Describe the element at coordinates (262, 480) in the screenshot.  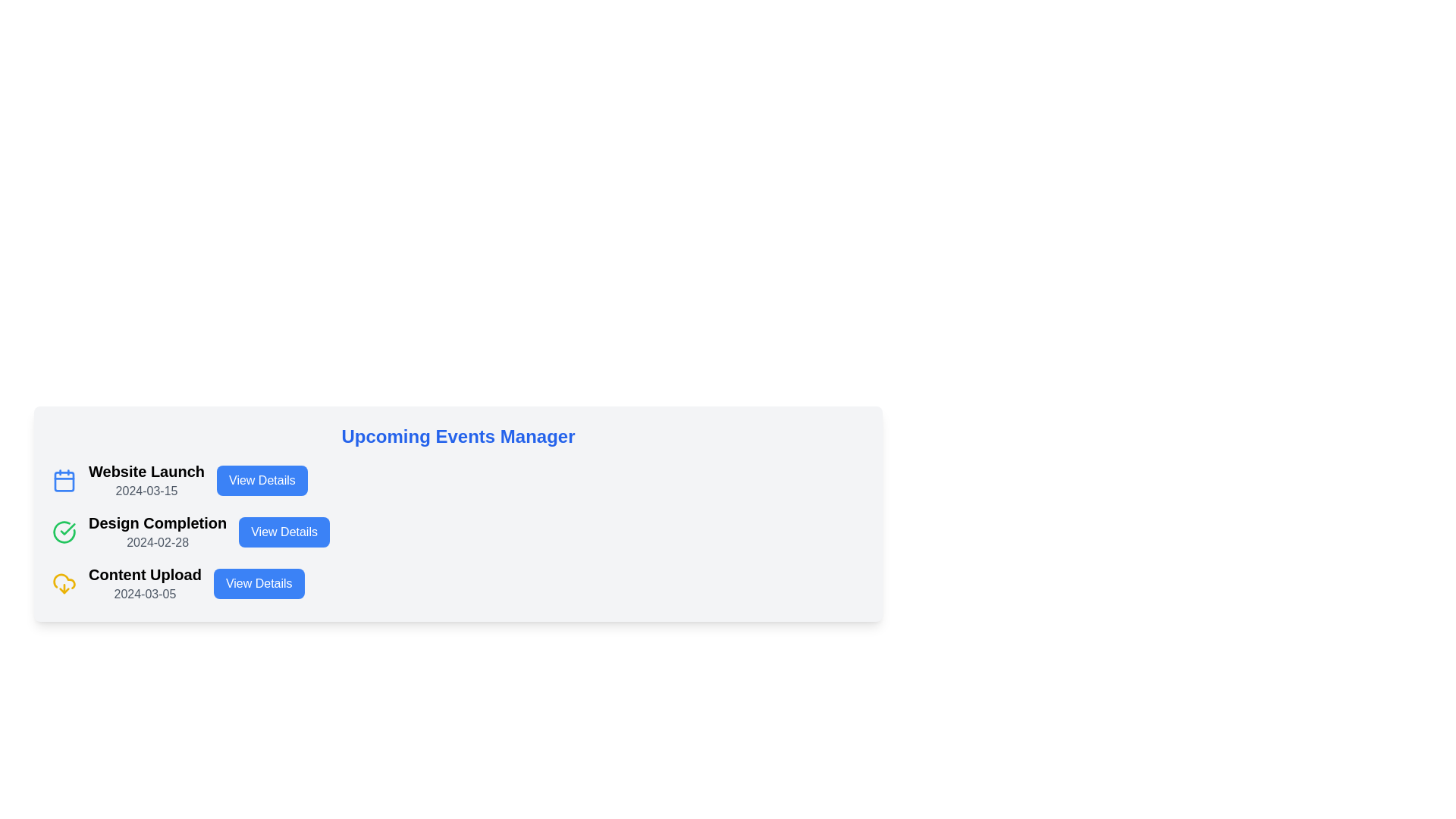
I see `the rightmost button in the horizontal grouping related to the 'Website Launch' event` at that location.